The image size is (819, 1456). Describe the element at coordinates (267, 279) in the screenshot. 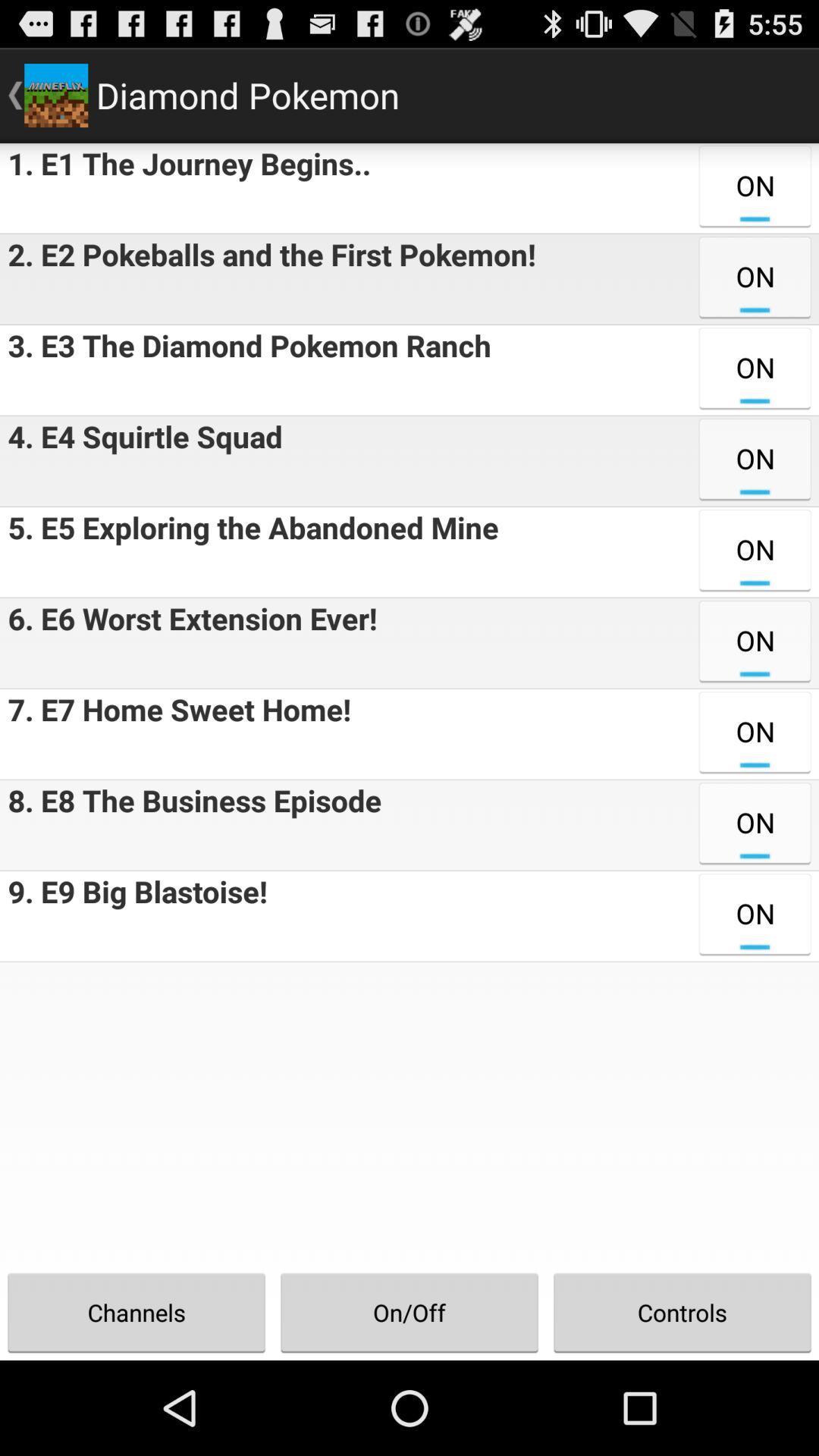

I see `the item above 3 e3 the` at that location.